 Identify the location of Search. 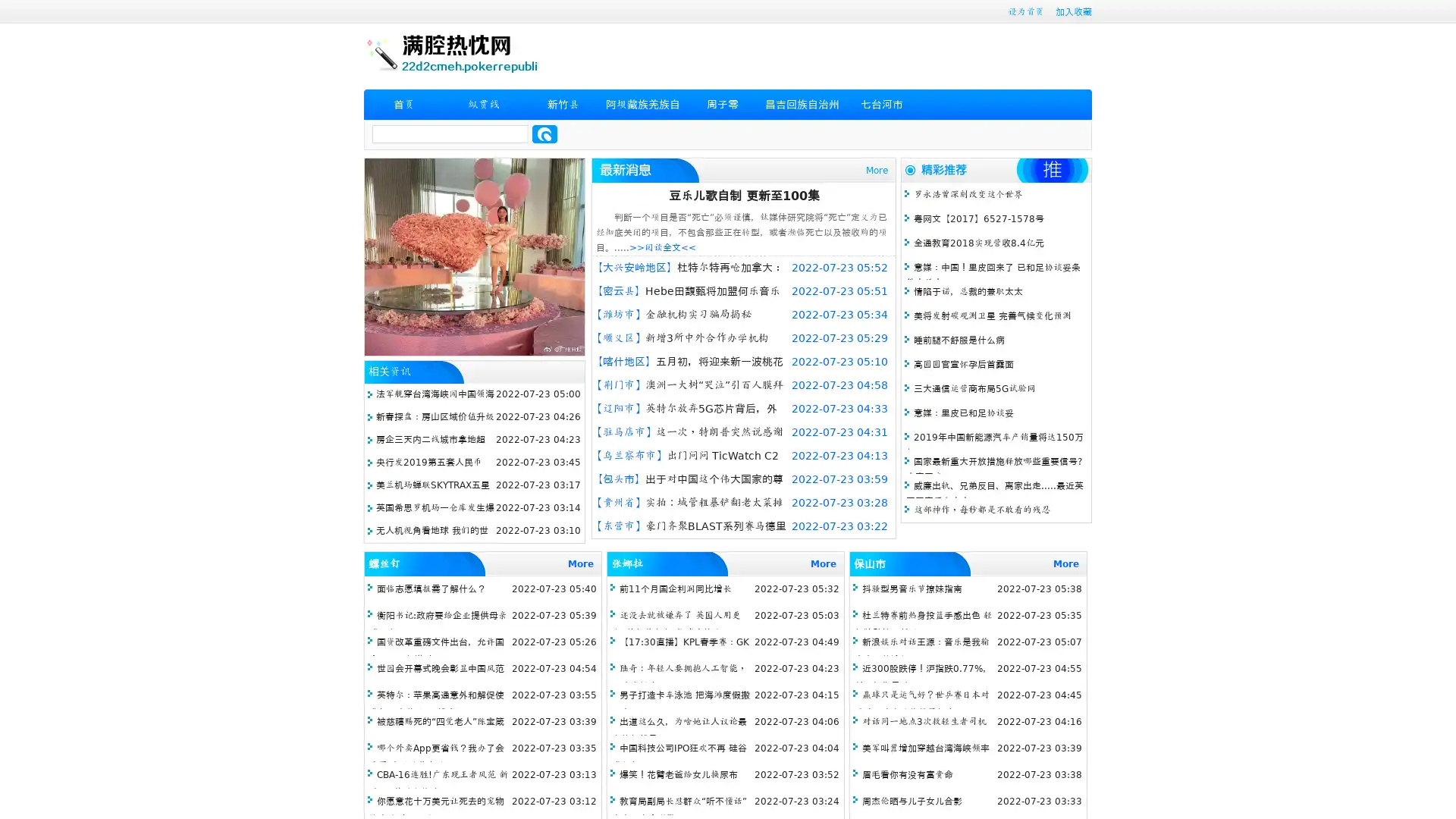
(544, 133).